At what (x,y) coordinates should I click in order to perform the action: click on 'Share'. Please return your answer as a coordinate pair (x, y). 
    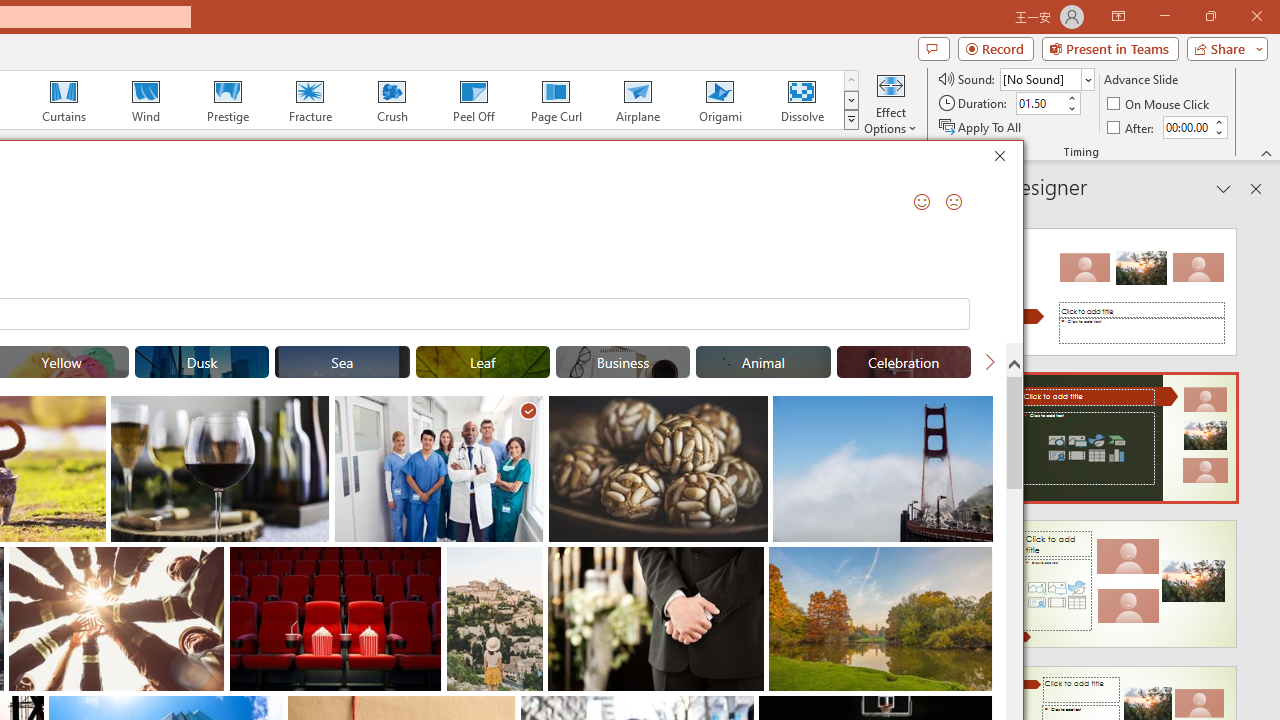
    Looking at the image, I should click on (1222, 47).